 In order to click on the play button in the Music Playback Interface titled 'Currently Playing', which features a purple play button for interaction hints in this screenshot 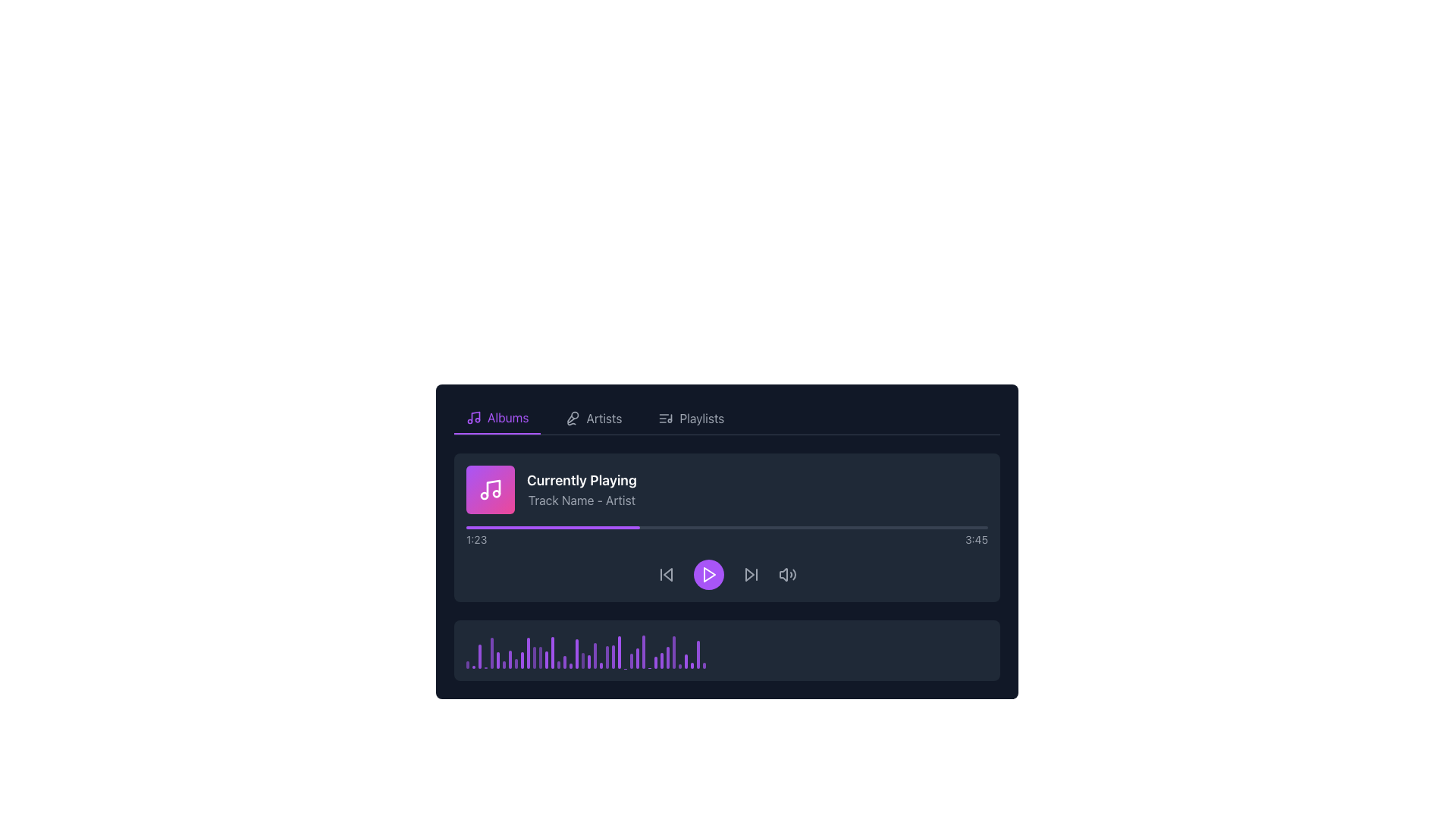, I will do `click(726, 567)`.